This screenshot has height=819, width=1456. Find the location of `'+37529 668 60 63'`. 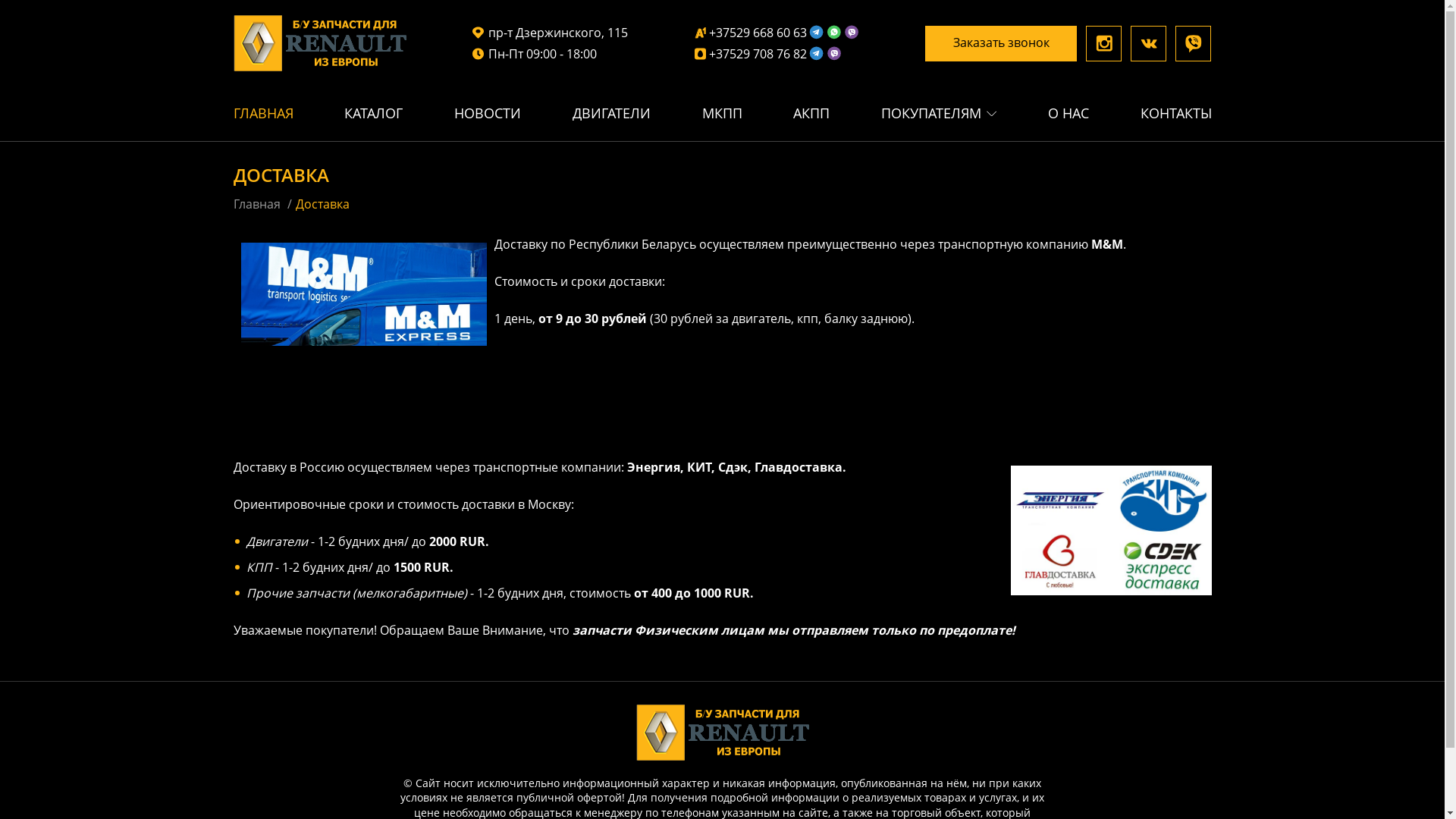

'+37529 668 60 63' is located at coordinates (777, 32).